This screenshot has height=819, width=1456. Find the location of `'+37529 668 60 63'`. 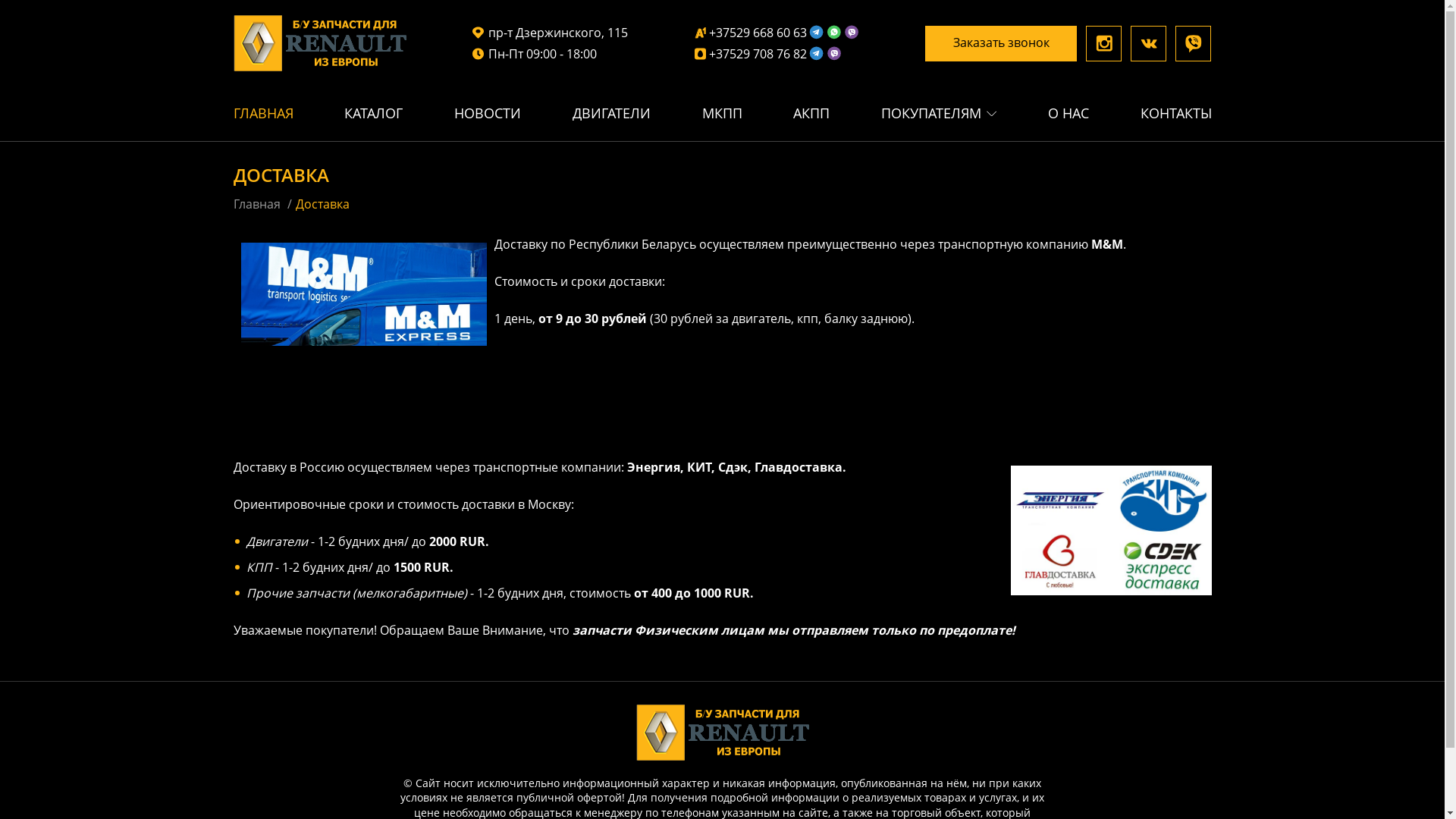

'+37529 668 60 63' is located at coordinates (777, 32).